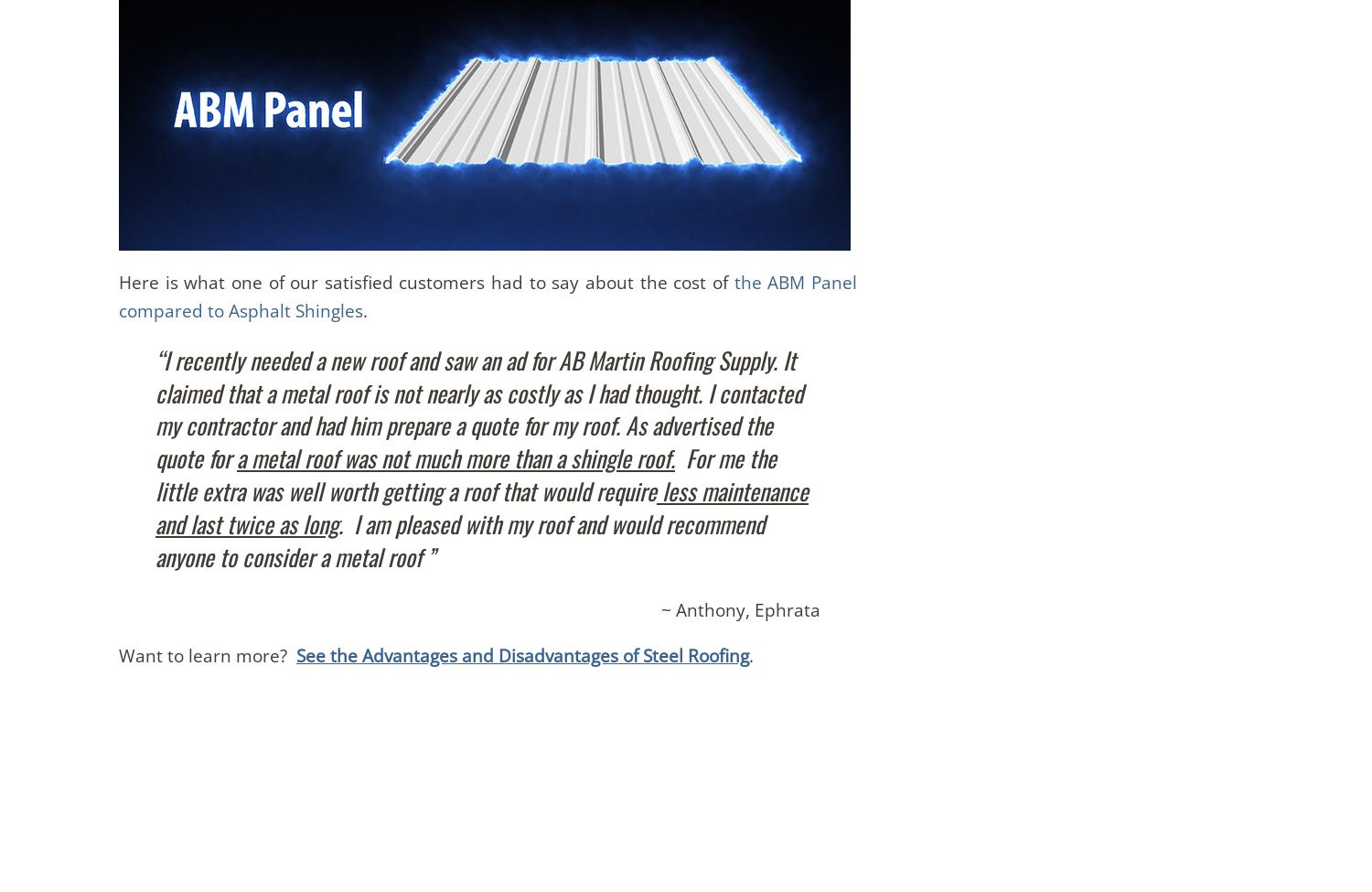 The width and height of the screenshot is (1372, 892). I want to click on 'a metal roof was not much more than a shingle roof.', so click(455, 456).